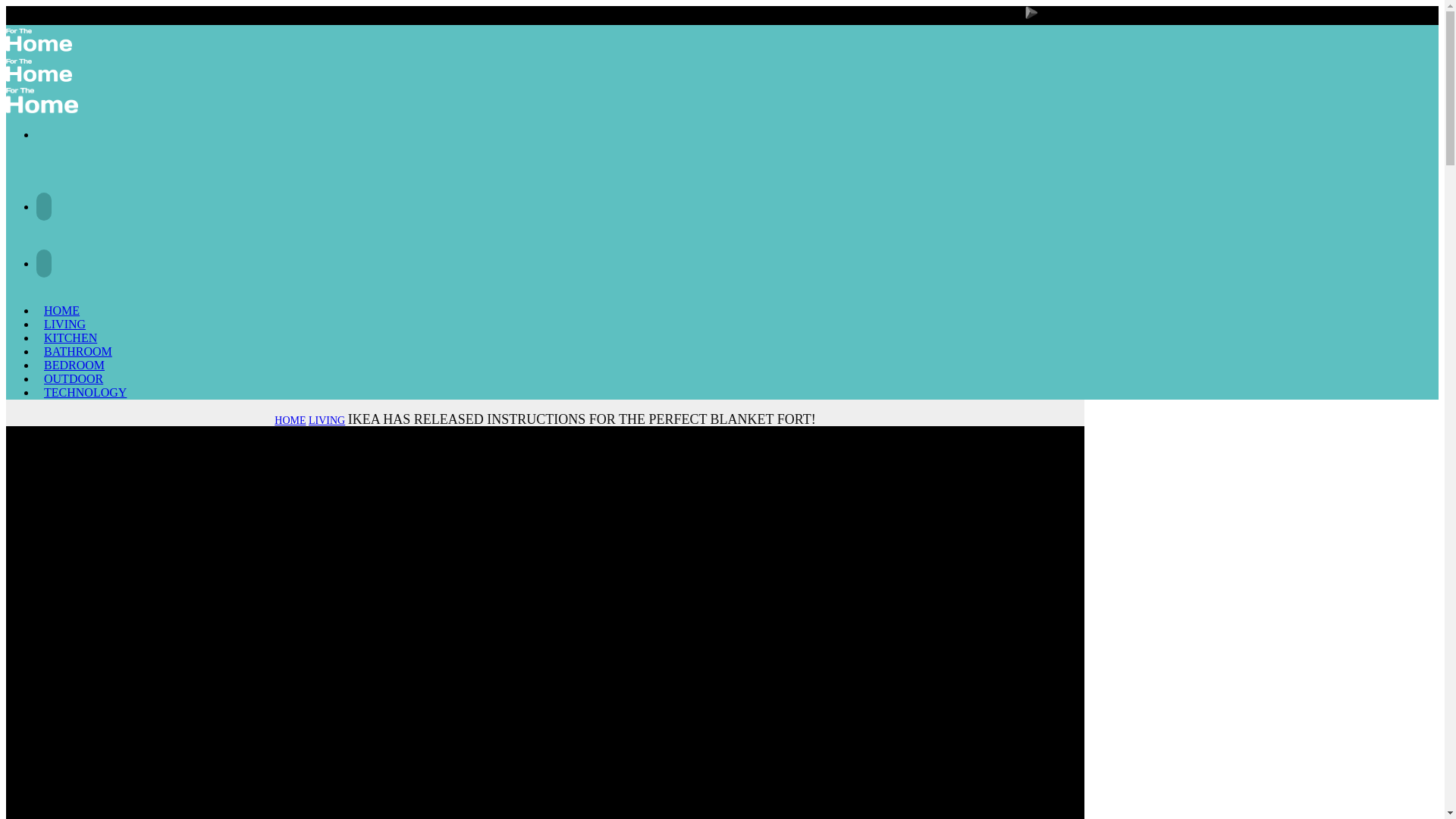 Image resolution: width=1456 pixels, height=819 pixels. I want to click on 'Facebook', so click(43, 206).